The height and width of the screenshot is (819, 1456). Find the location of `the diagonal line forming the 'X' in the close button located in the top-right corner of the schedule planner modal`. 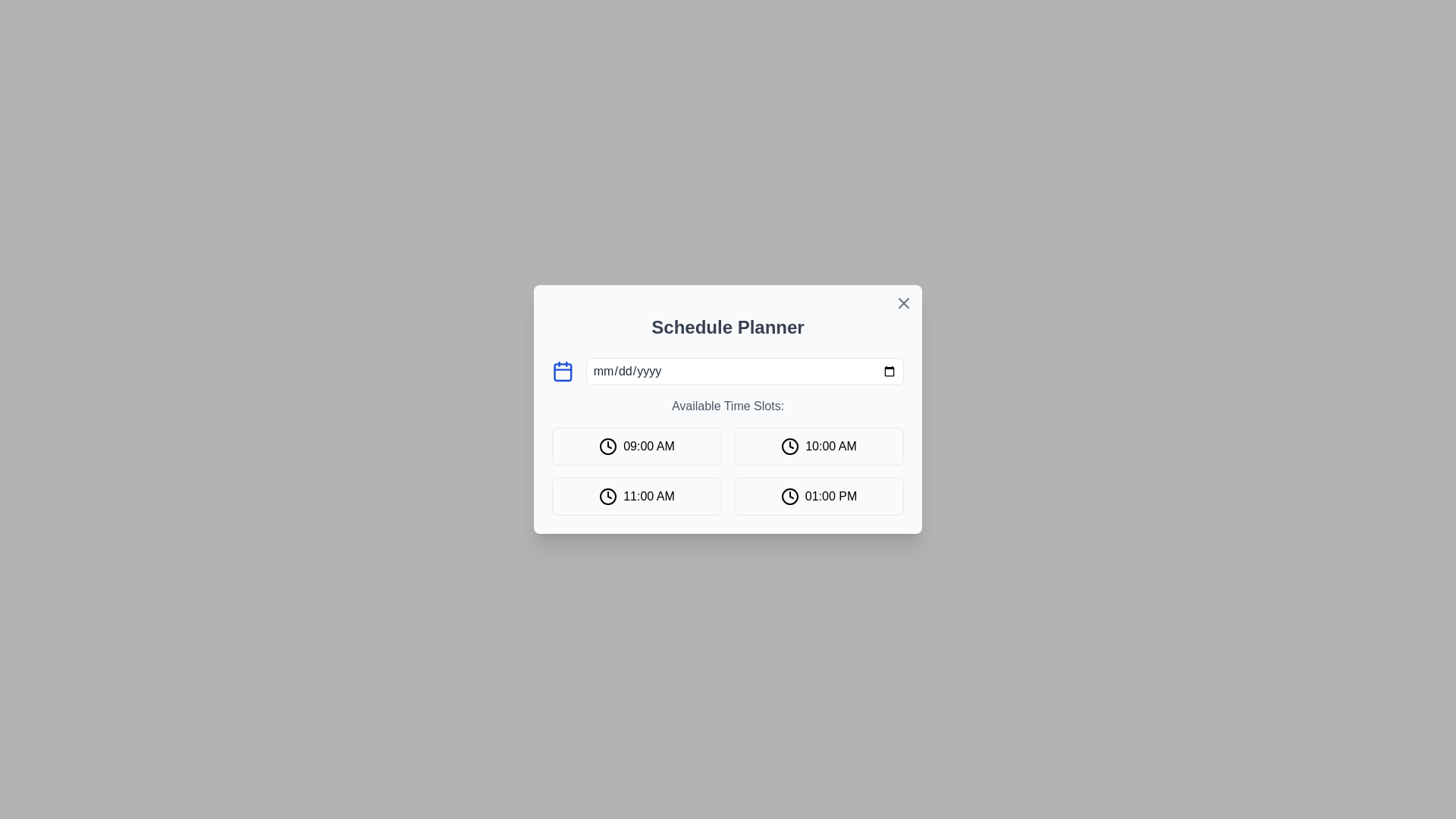

the diagonal line forming the 'X' in the close button located in the top-right corner of the schedule planner modal is located at coordinates (903, 303).